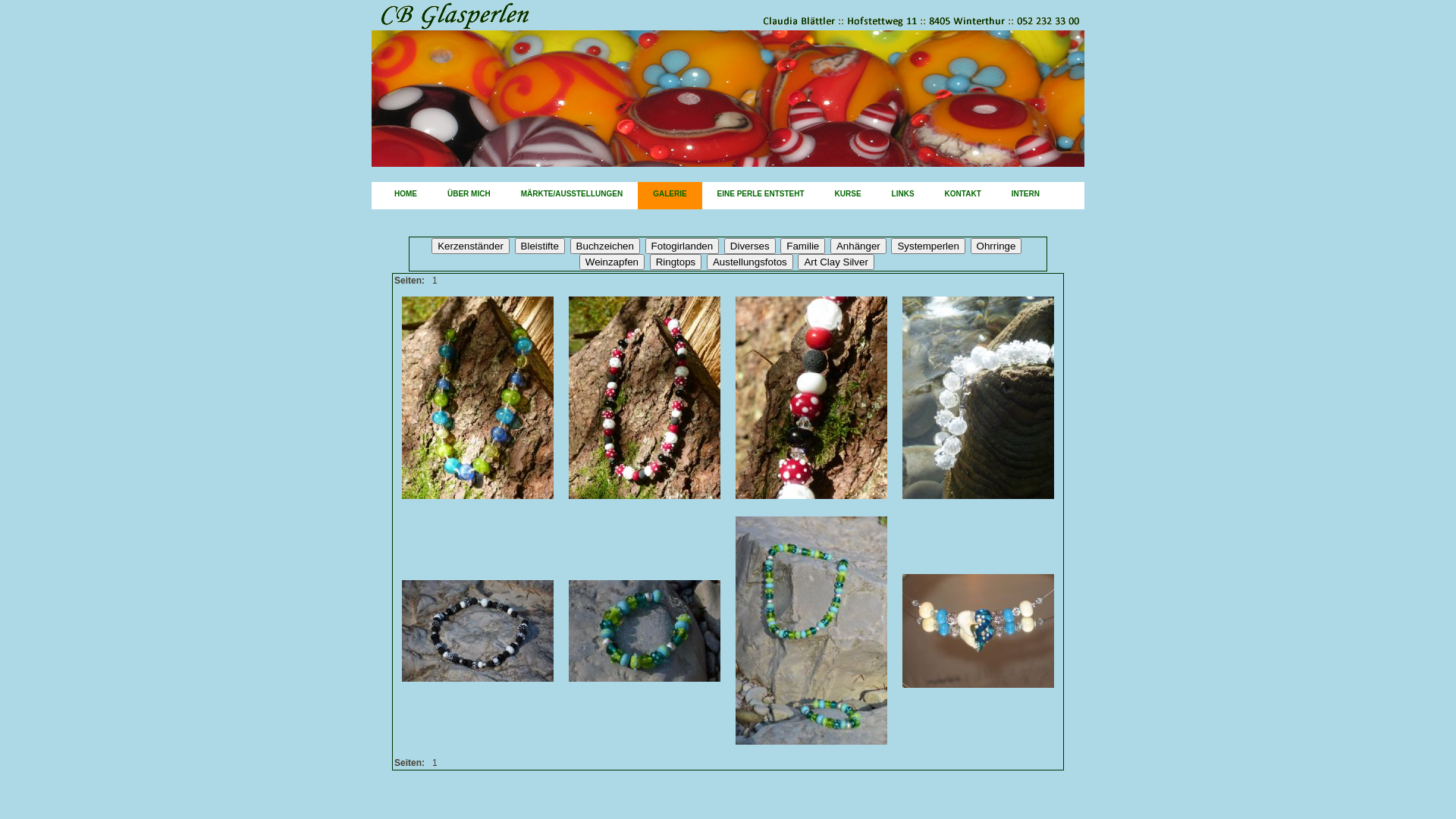 The height and width of the screenshot is (819, 1456). Describe the element at coordinates (645, 245) in the screenshot. I see `'Fotogirlanden'` at that location.